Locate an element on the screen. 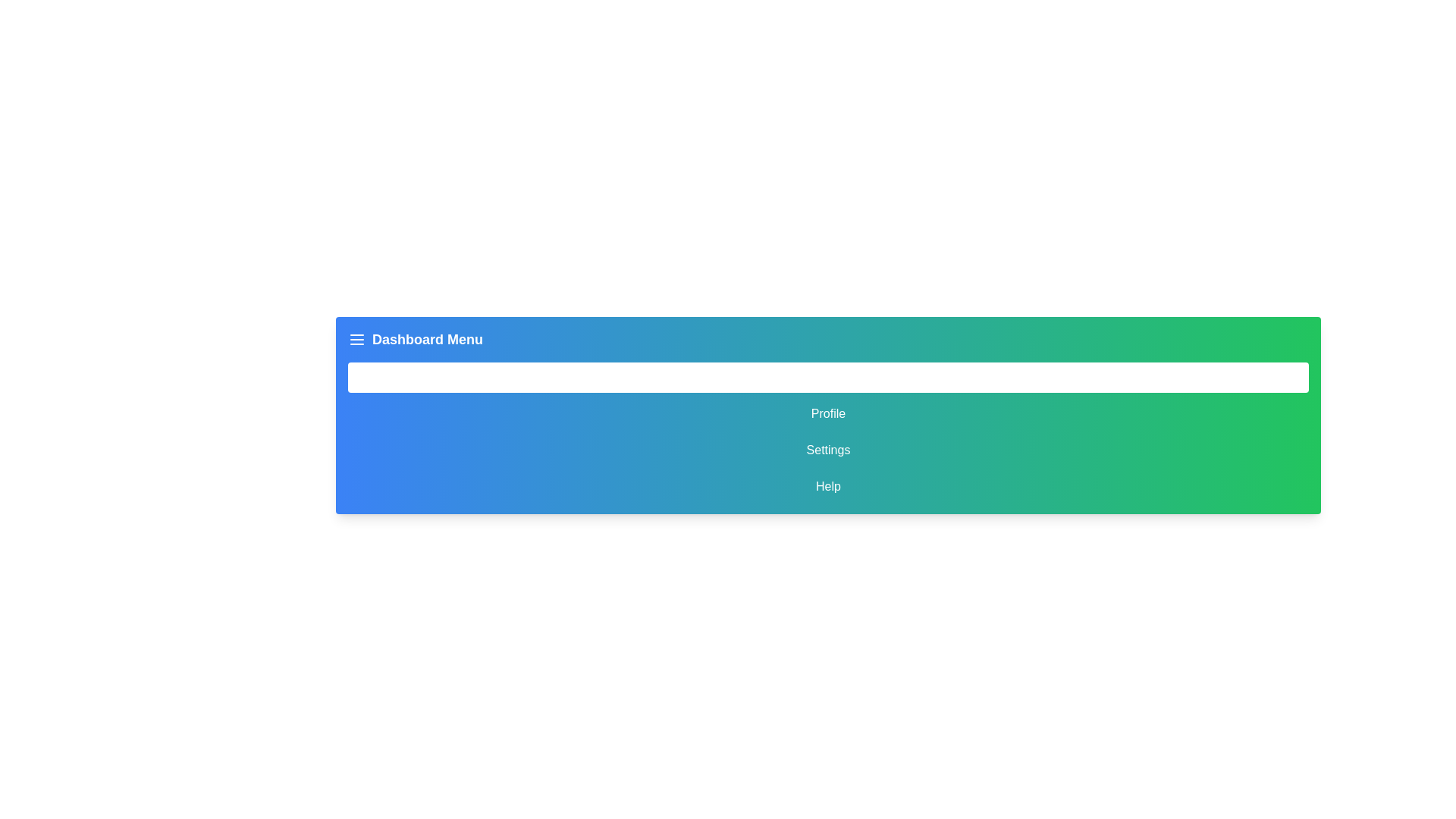  the 'Settings' button, which is a rectangular button with white text and a rounded border, located centrally in a gradient-colored navigation menu between 'Profile' and 'Help' is located at coordinates (827, 450).